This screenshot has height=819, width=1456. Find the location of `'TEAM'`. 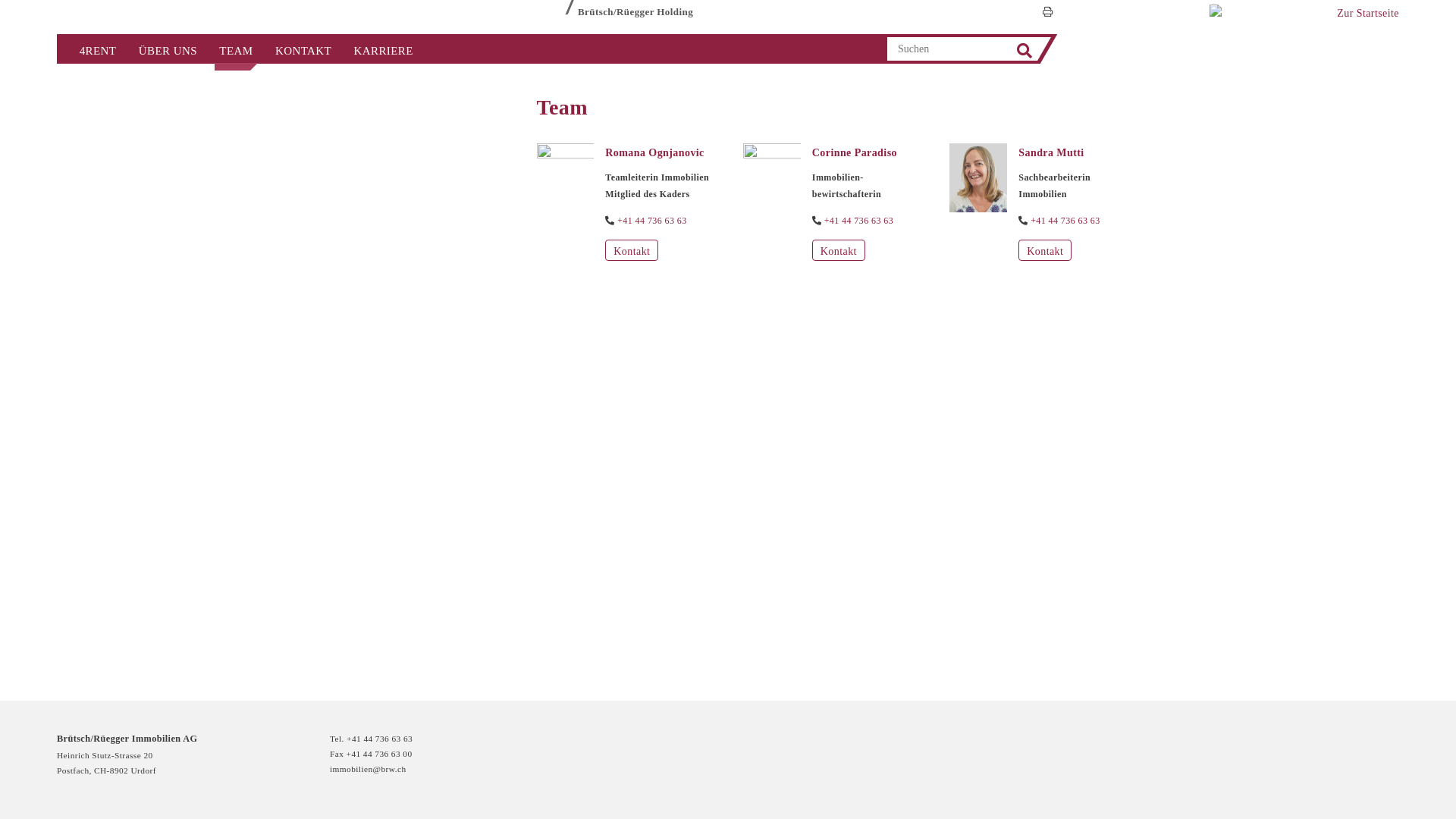

'TEAM' is located at coordinates (207, 49).